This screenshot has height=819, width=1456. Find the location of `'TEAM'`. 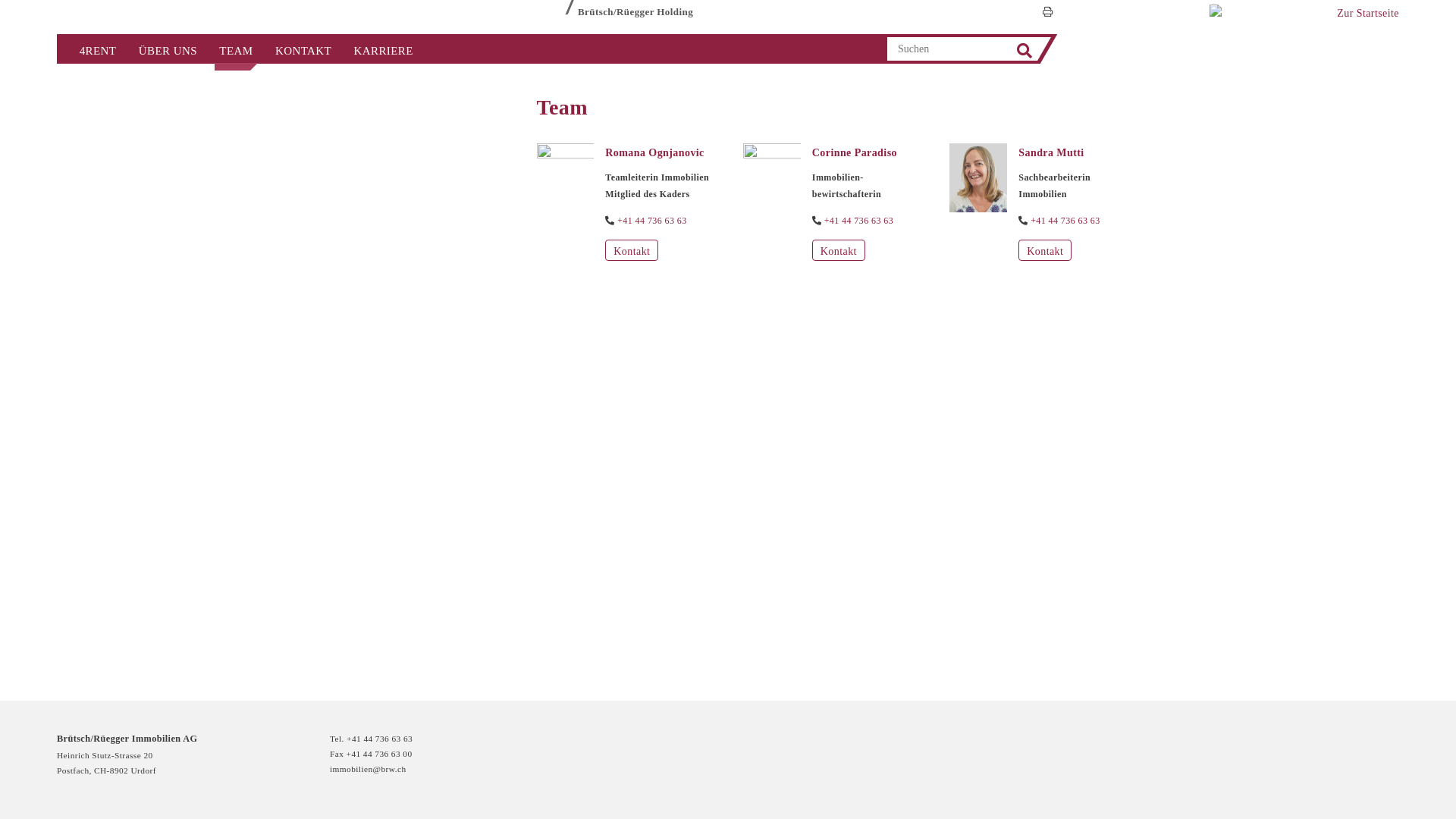

'TEAM' is located at coordinates (207, 49).